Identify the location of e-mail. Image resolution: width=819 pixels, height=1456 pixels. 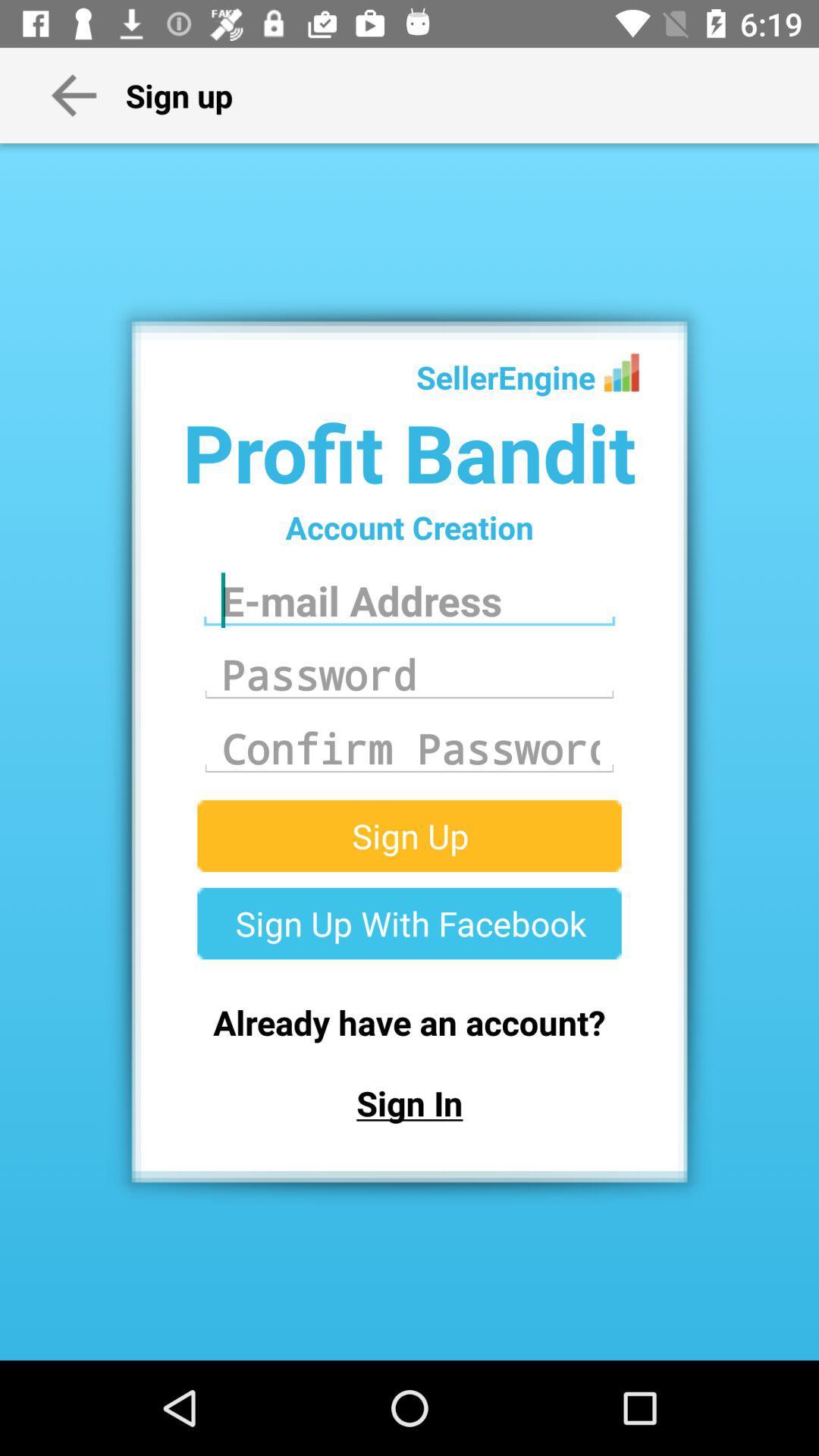
(409, 600).